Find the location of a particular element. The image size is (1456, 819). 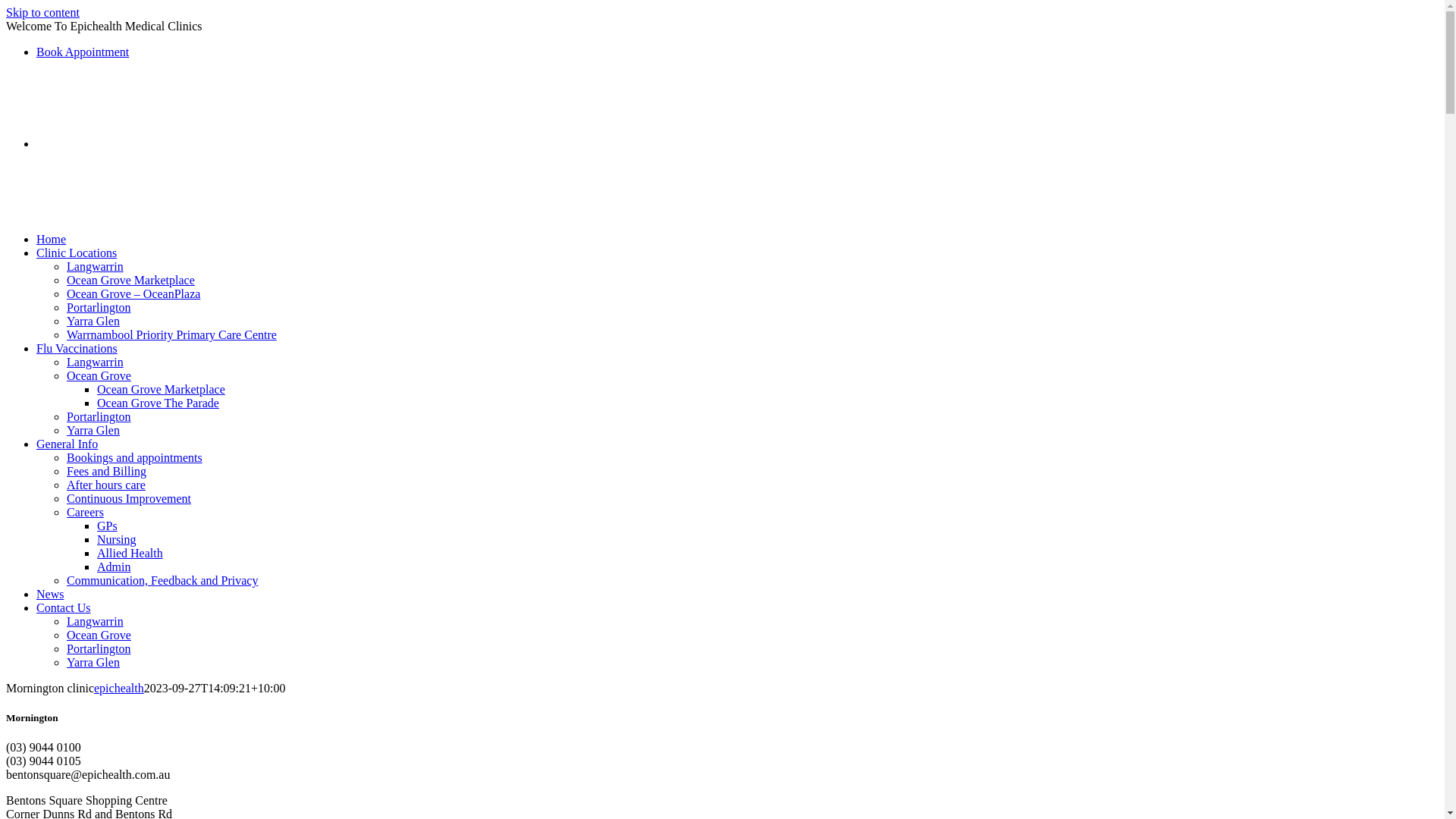

'epichealth' is located at coordinates (118, 688).